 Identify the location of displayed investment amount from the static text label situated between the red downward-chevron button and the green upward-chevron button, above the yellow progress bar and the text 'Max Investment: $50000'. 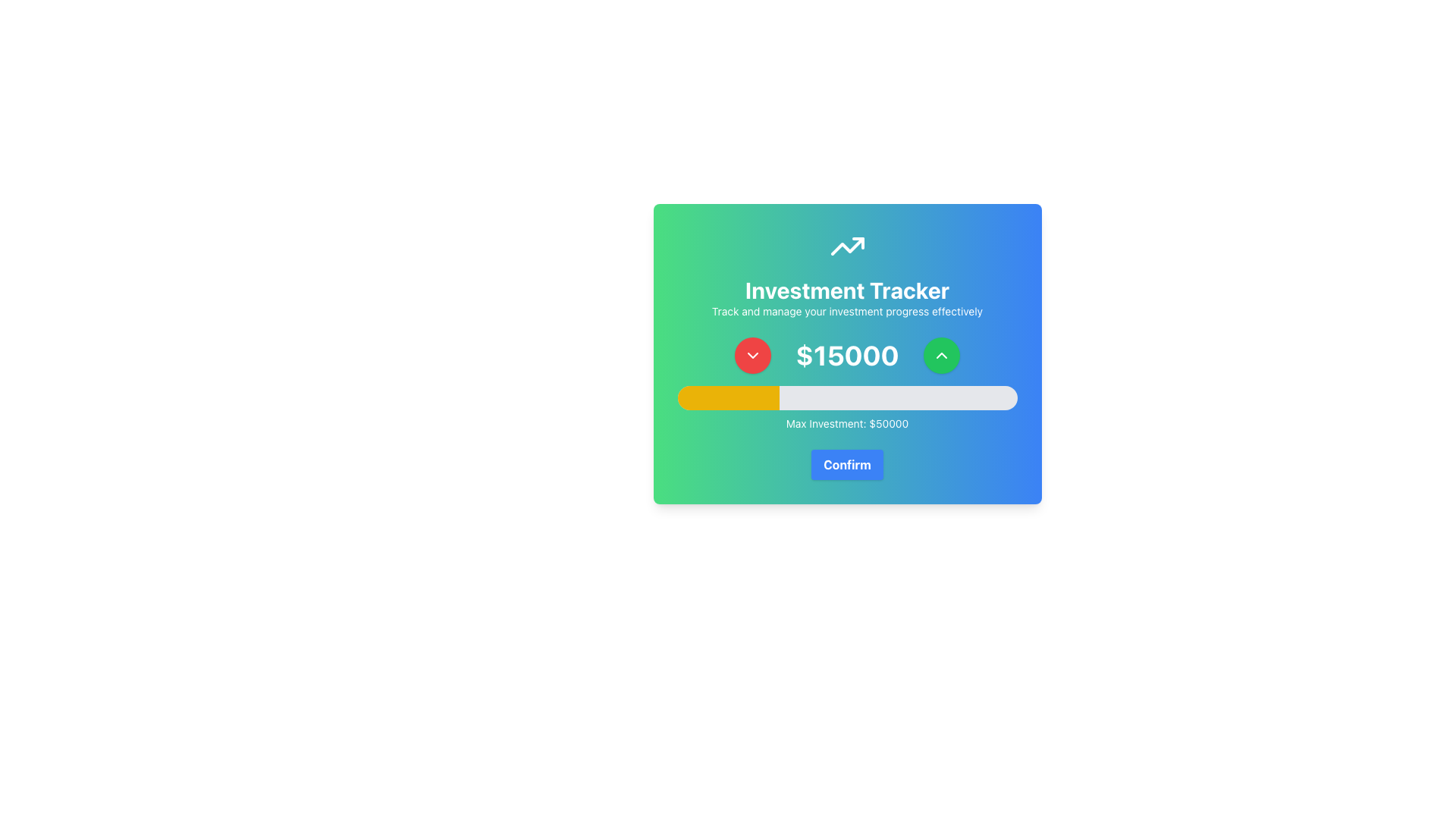
(846, 356).